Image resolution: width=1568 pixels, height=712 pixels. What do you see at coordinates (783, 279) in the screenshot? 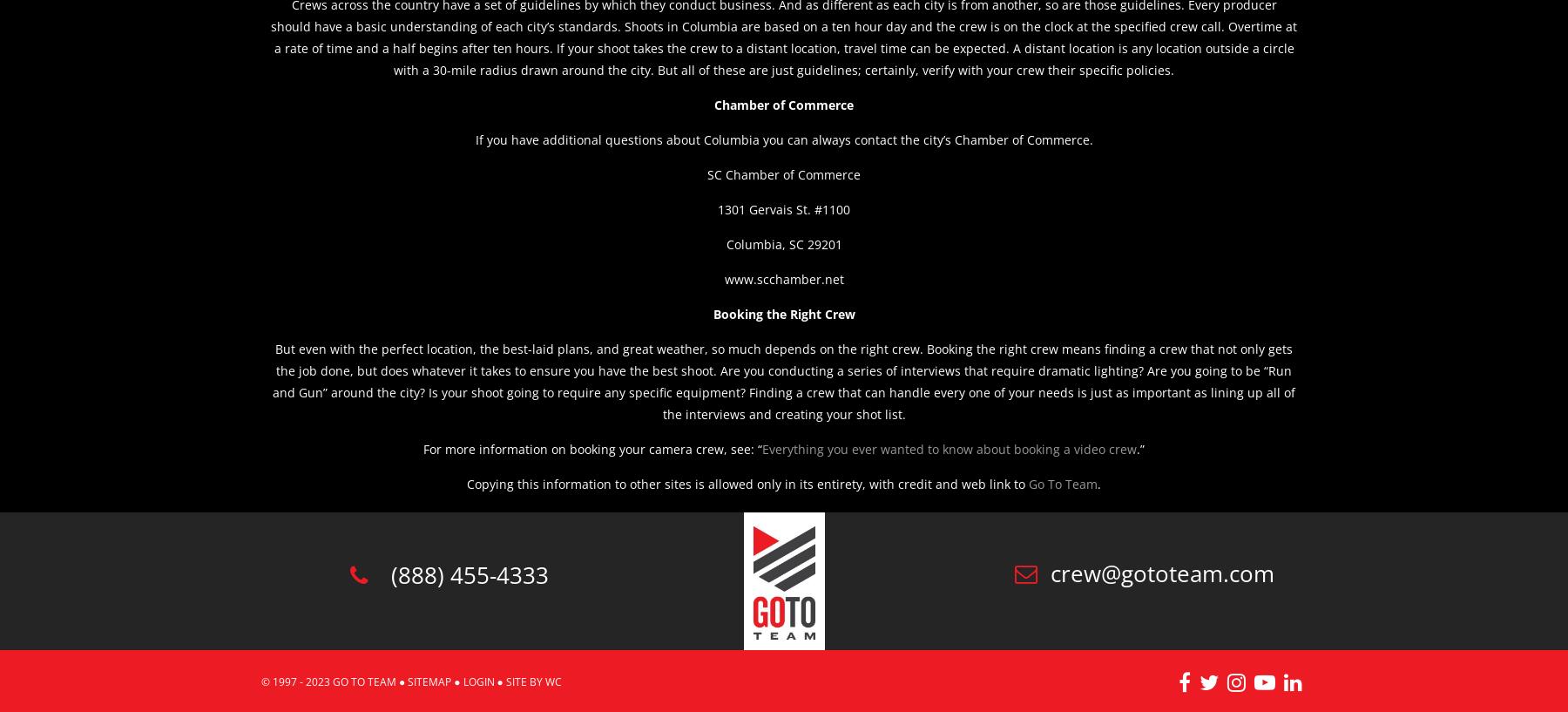
I see `'www.scchamber.net'` at bounding box center [783, 279].